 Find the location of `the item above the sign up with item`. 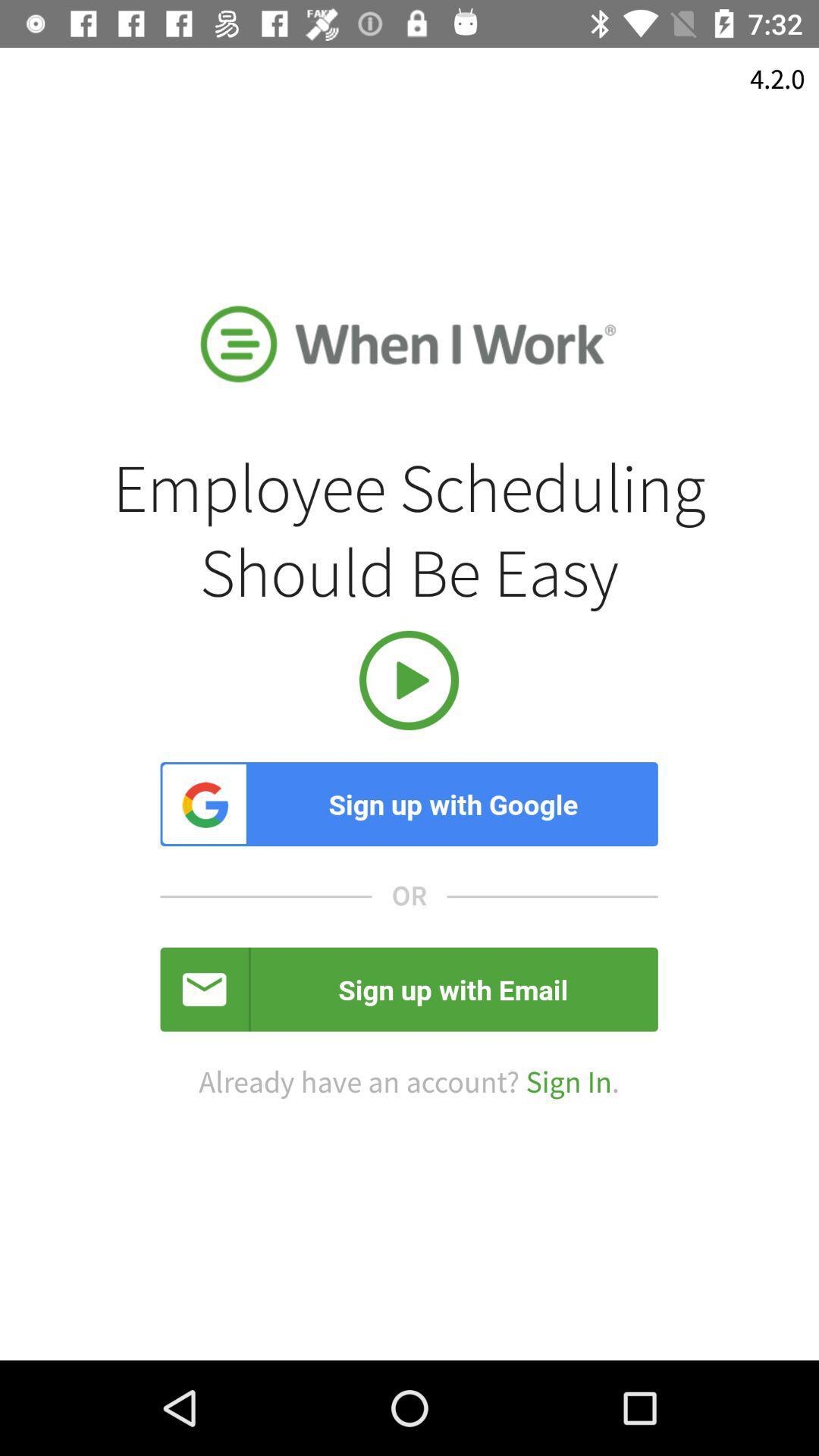

the item above the sign up with item is located at coordinates (408, 679).